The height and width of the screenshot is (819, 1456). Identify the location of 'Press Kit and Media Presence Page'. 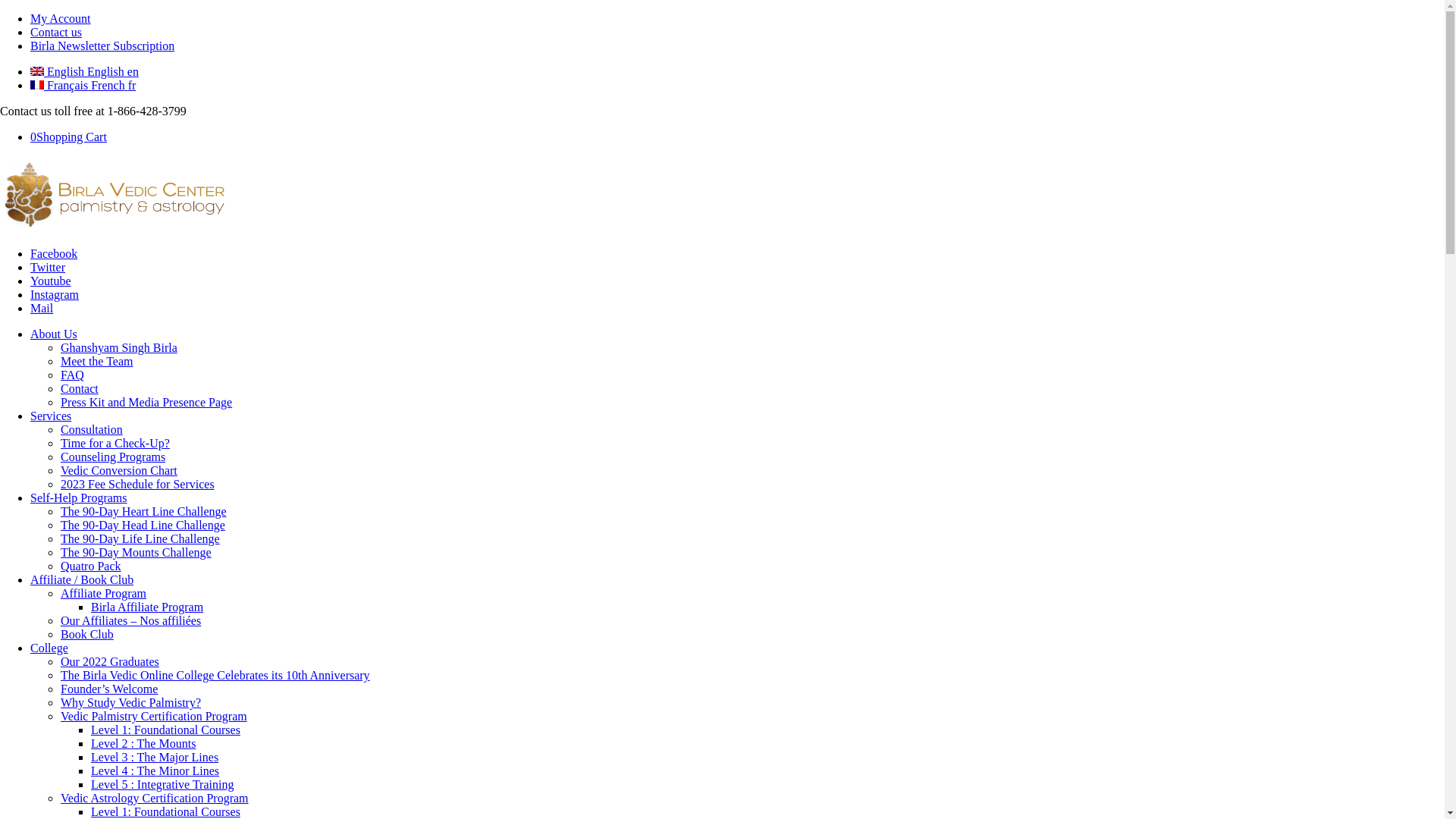
(146, 401).